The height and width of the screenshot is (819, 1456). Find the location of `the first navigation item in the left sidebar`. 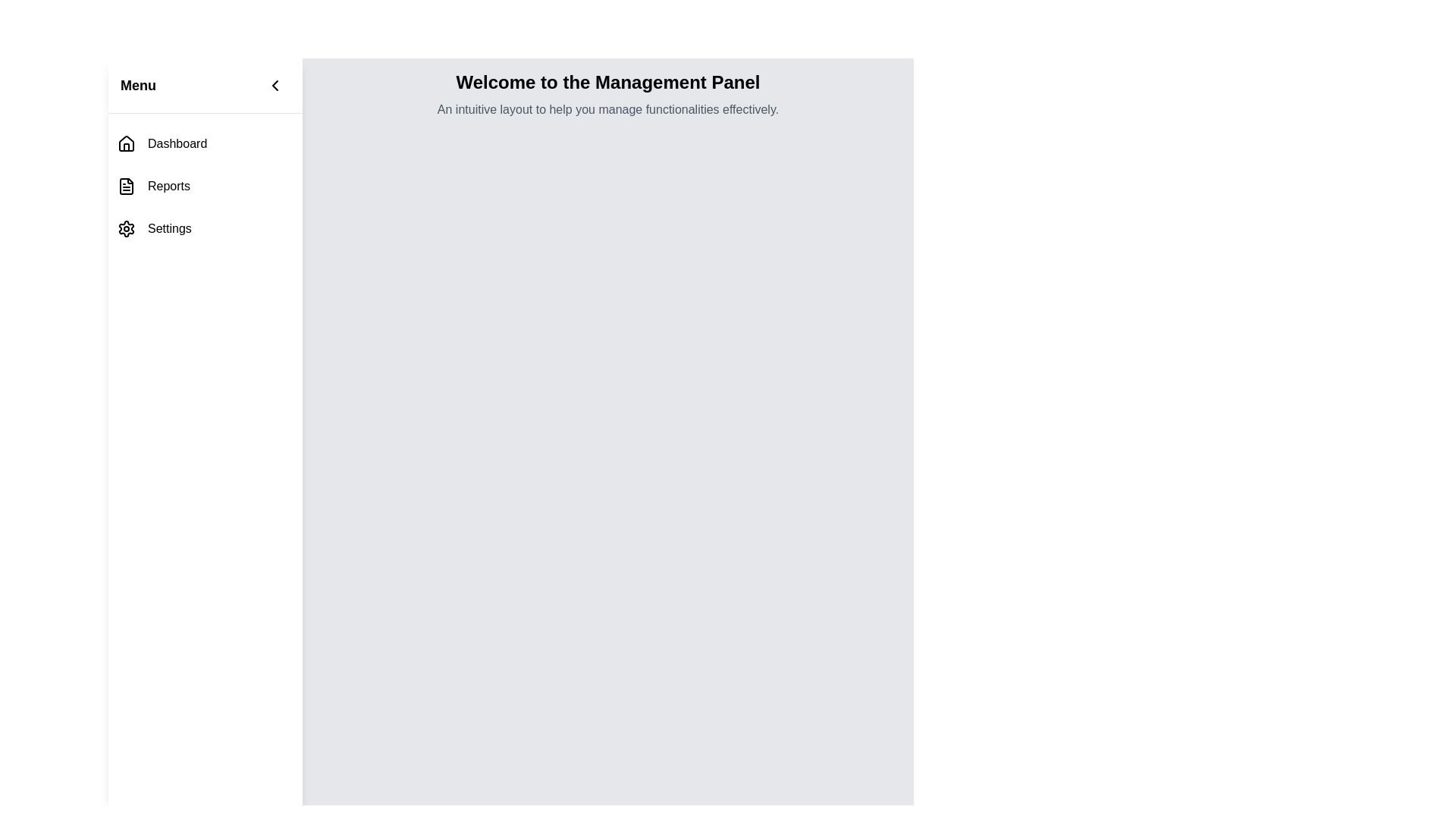

the first navigation item in the left sidebar is located at coordinates (204, 143).